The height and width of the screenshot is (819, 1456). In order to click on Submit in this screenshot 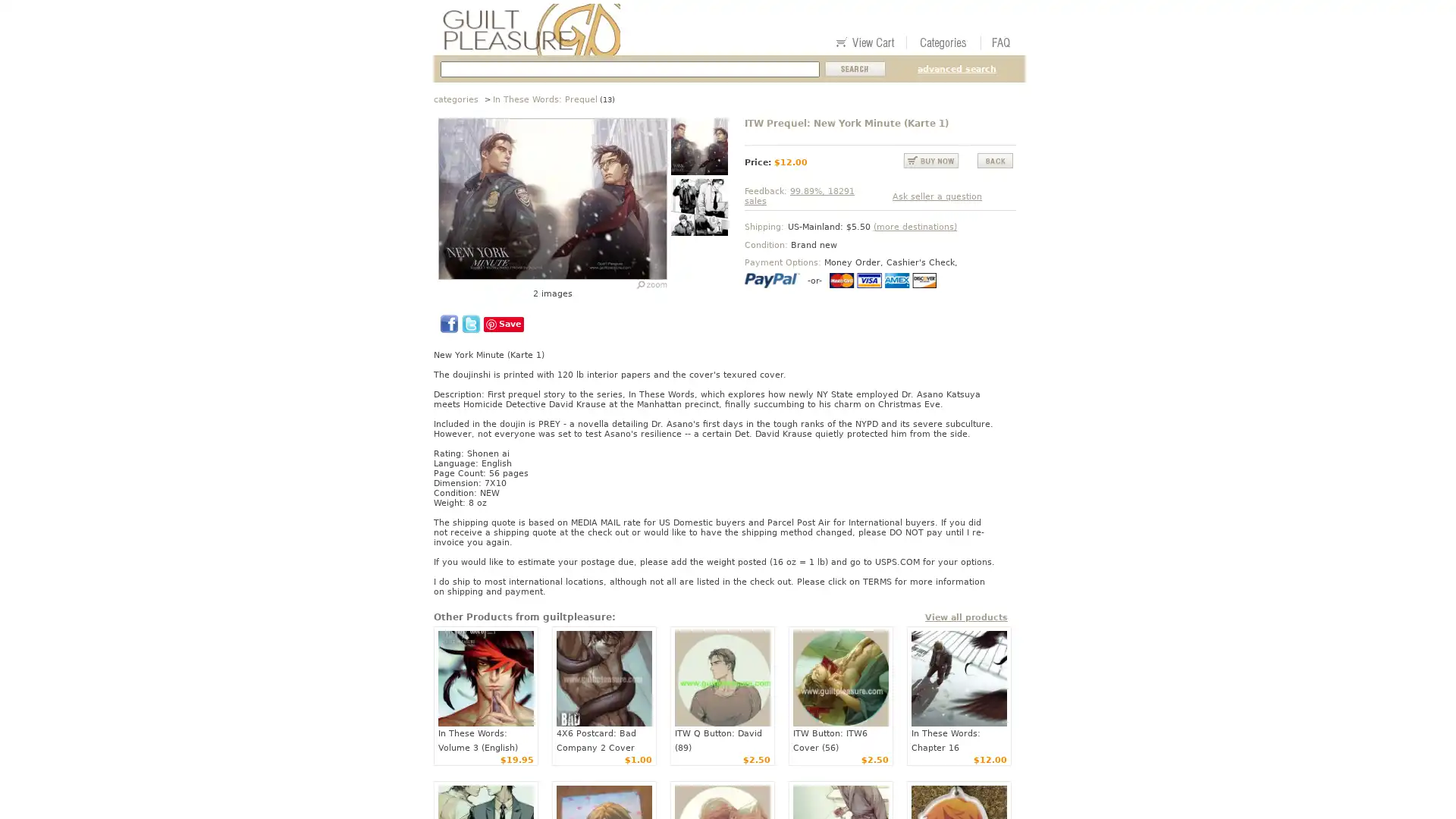, I will do `click(855, 69)`.